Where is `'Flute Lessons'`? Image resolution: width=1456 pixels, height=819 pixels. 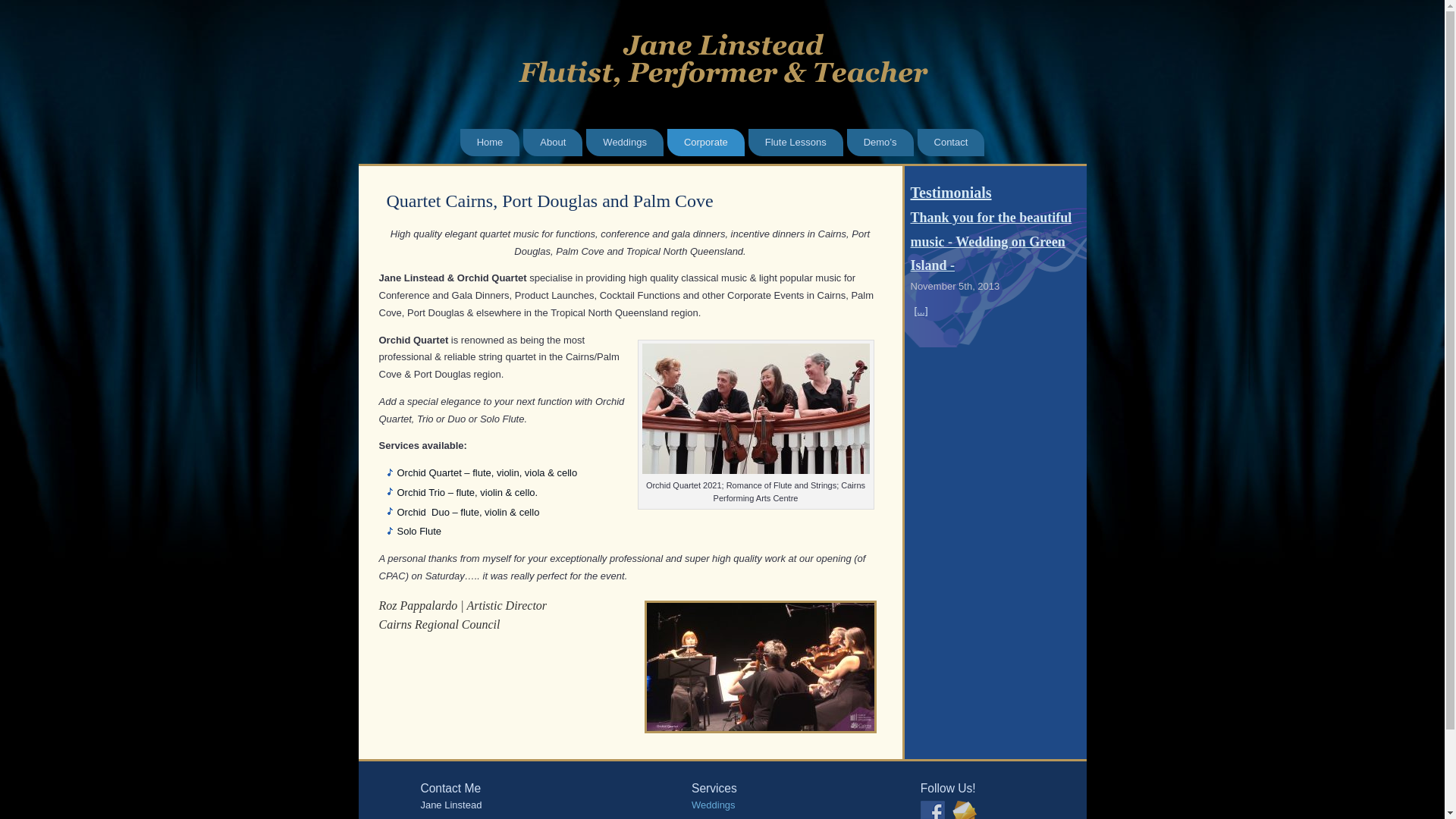 'Flute Lessons' is located at coordinates (795, 143).